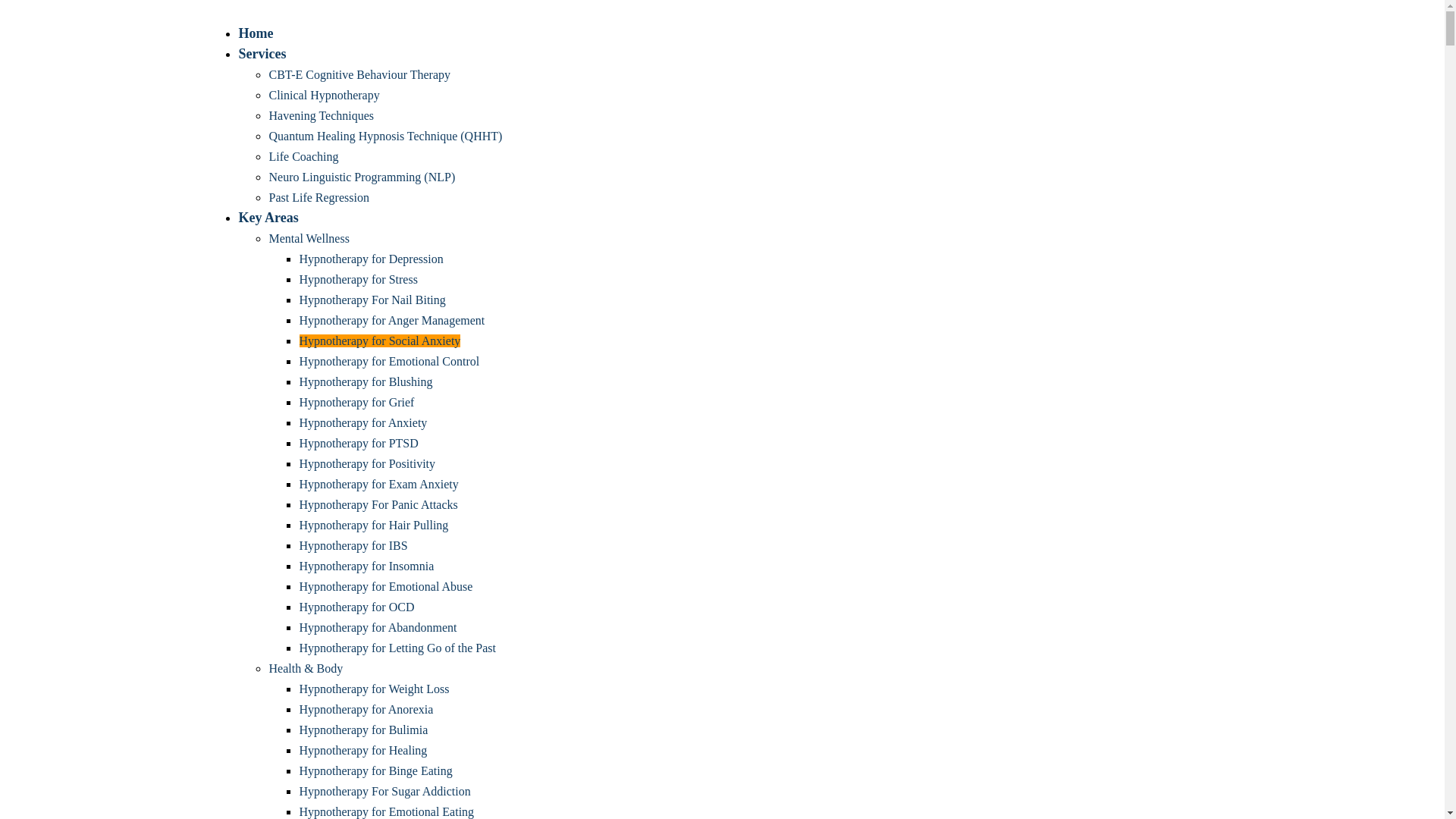  I want to click on 'Hypnotherapy for Emotional Abuse', so click(298, 585).